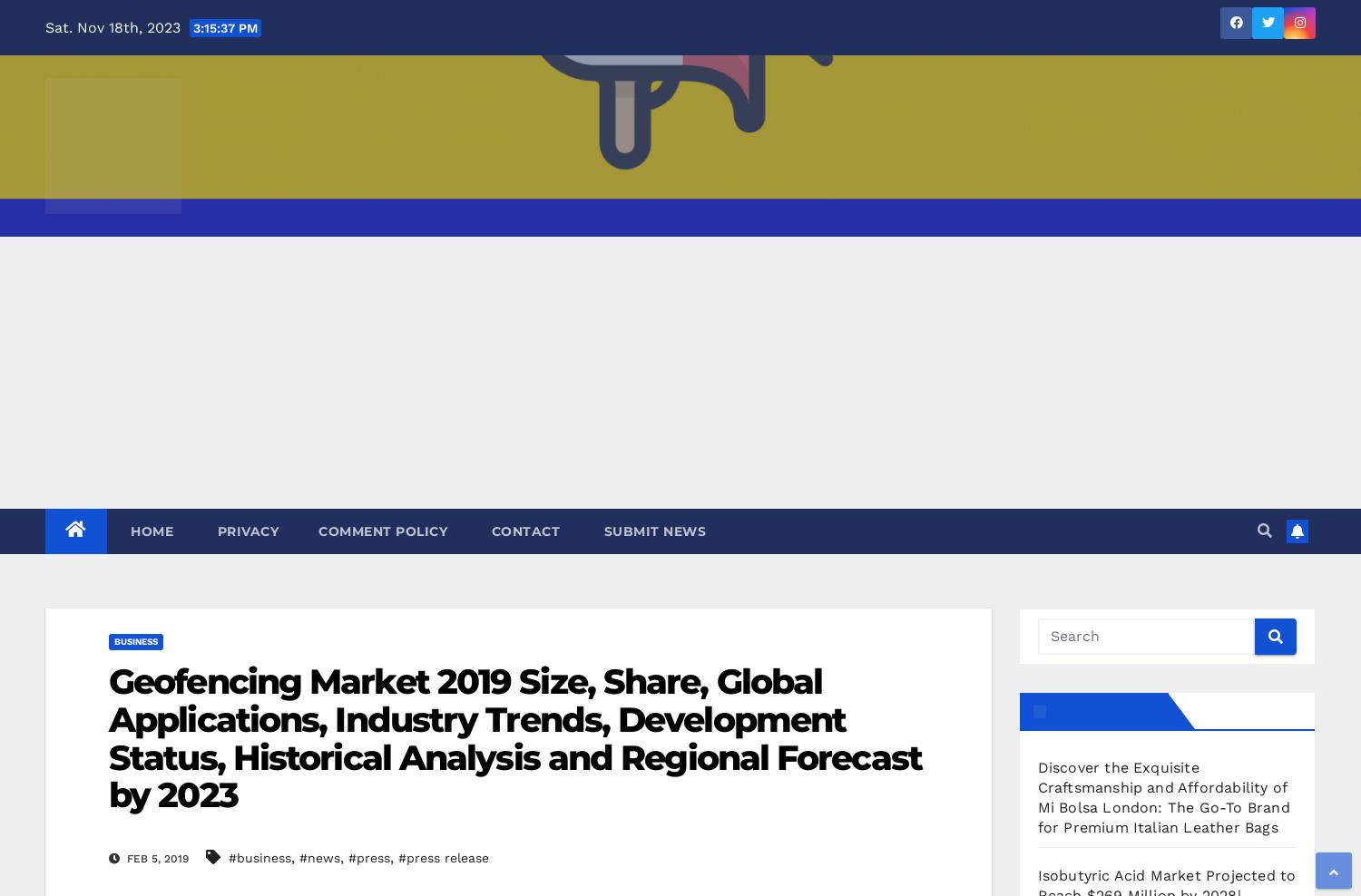 This screenshot has height=896, width=1361. I want to click on 'Home', so click(150, 531).